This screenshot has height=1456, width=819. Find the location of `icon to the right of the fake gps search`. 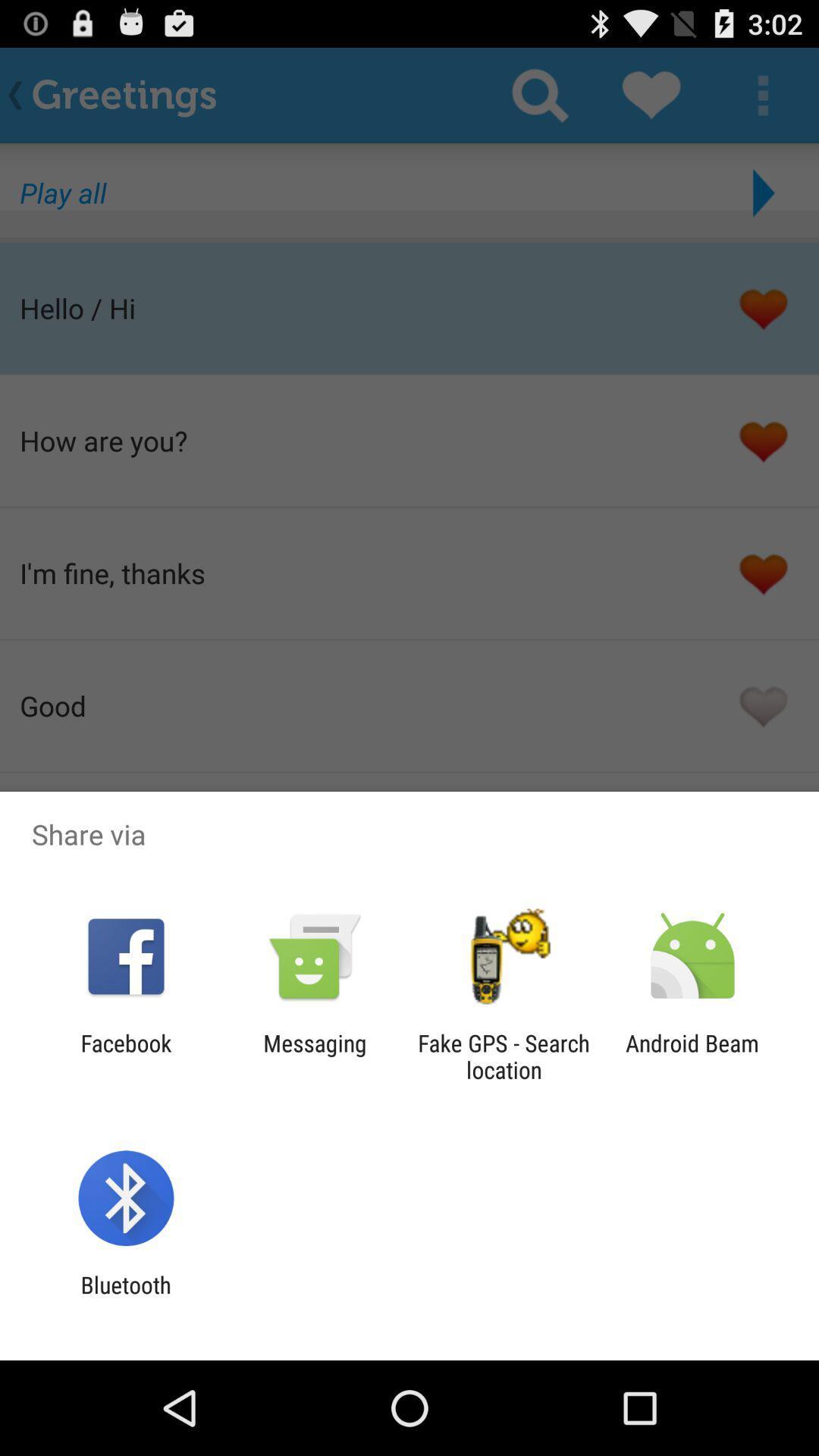

icon to the right of the fake gps search is located at coordinates (692, 1056).